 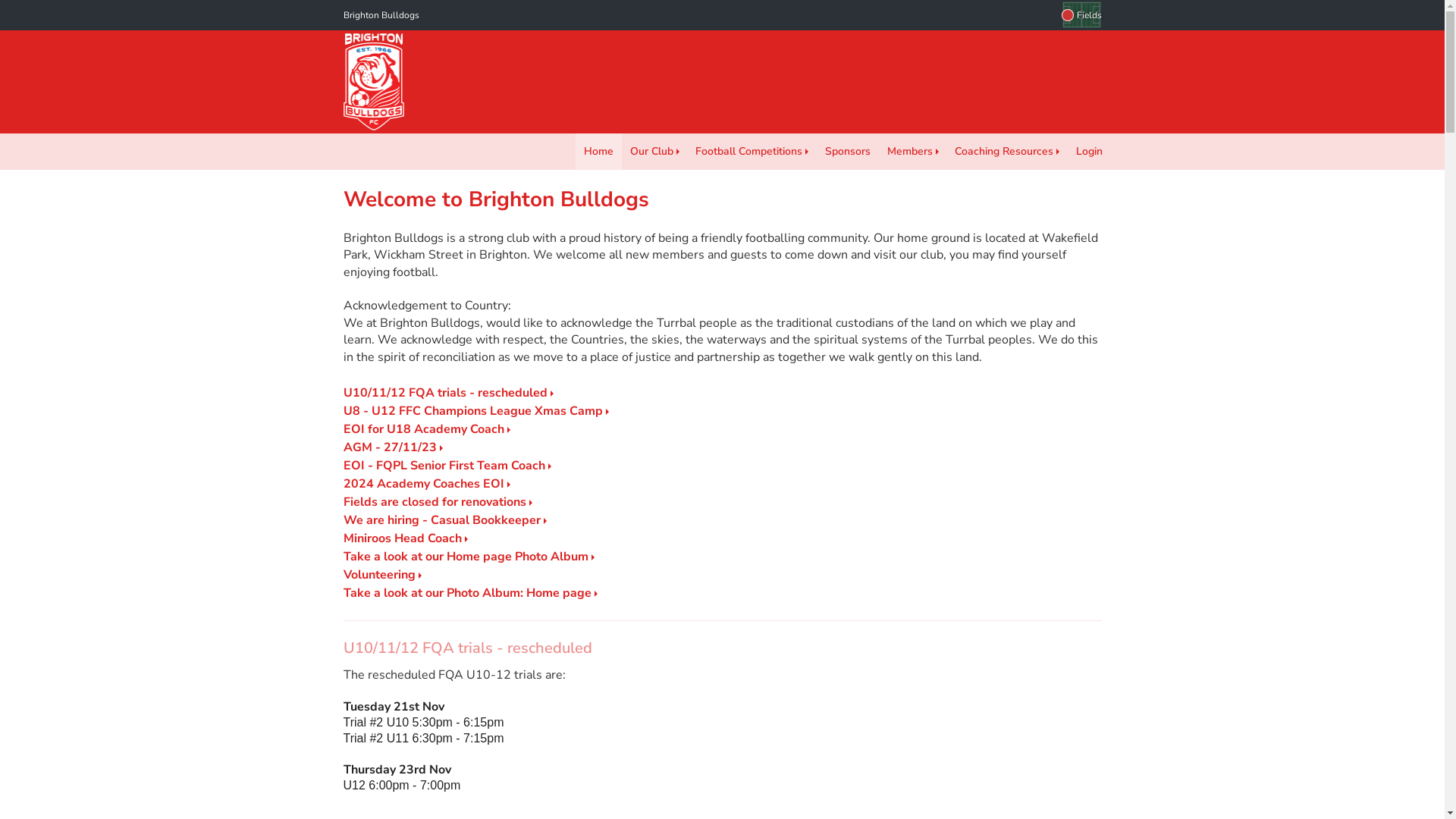 What do you see at coordinates (752, 152) in the screenshot?
I see `'Football Competitions'` at bounding box center [752, 152].